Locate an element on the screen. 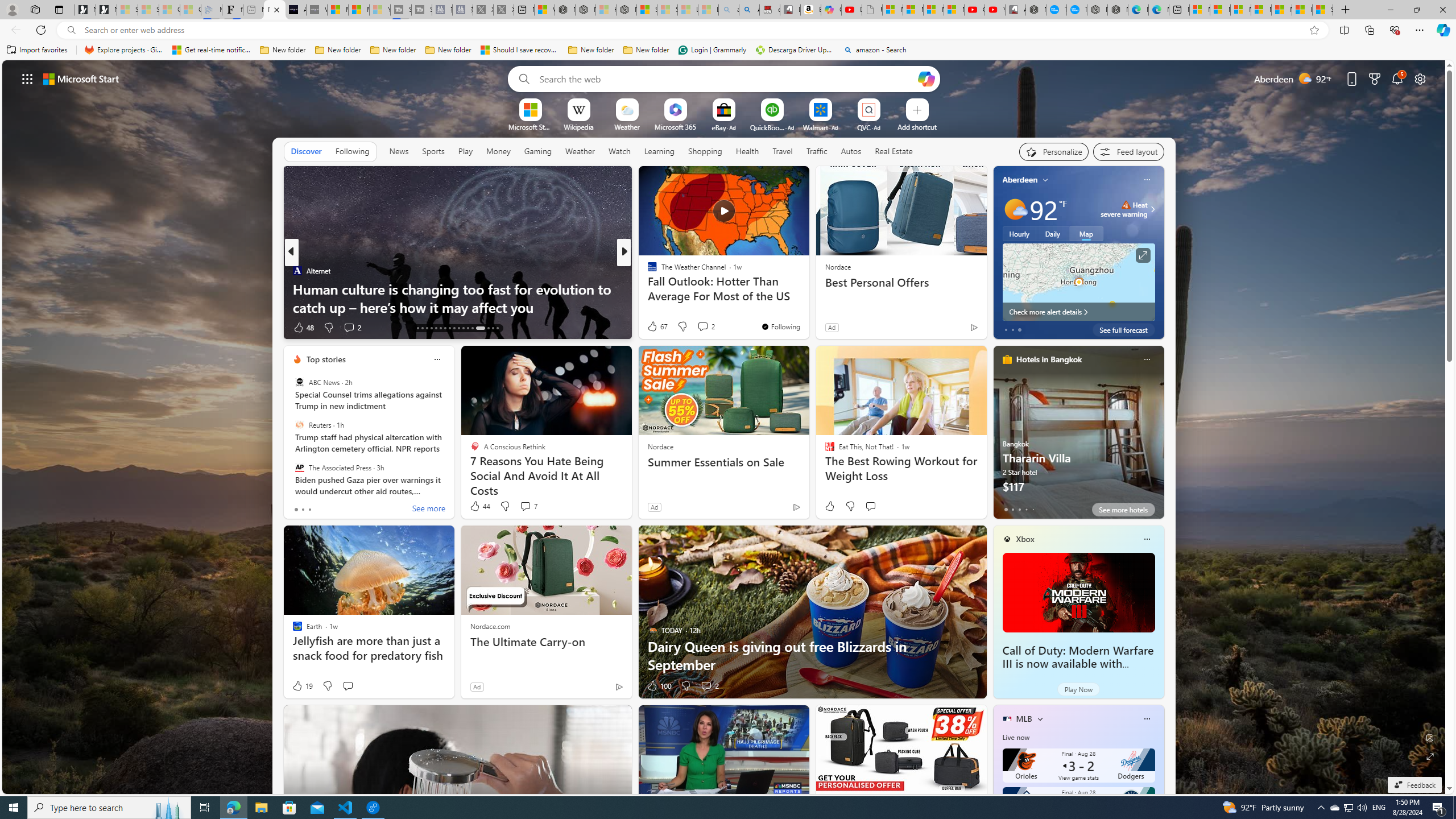  'tab-2' is located at coordinates (1020, 509).